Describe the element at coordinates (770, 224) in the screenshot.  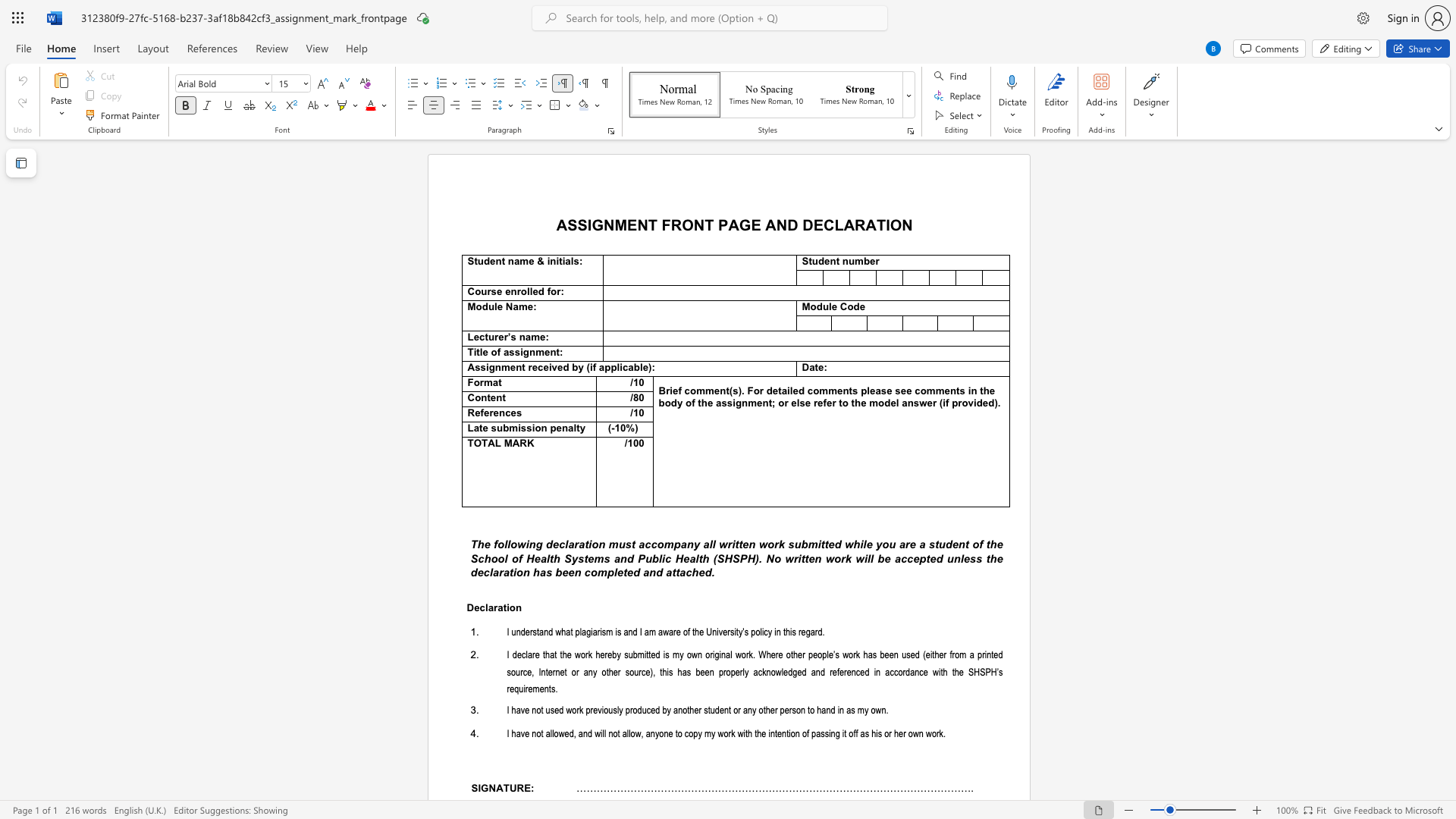
I see `the 1th character "A" in the text` at that location.